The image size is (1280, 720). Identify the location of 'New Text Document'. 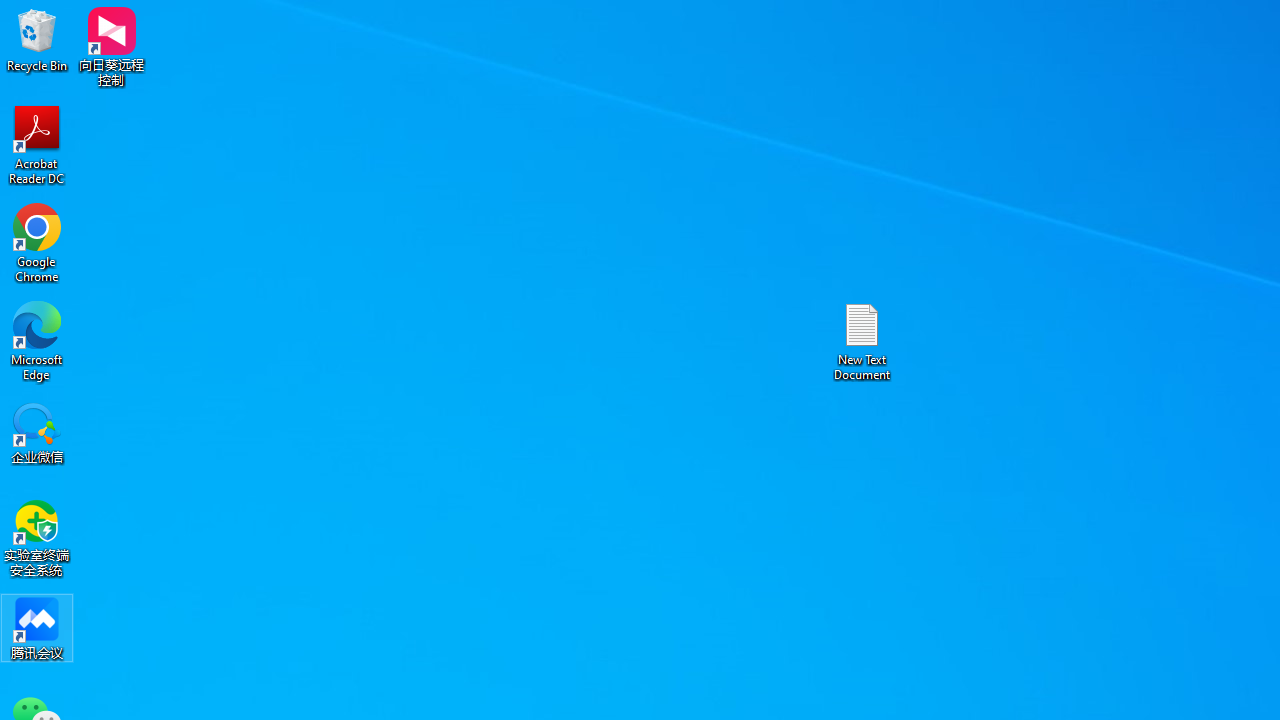
(862, 340).